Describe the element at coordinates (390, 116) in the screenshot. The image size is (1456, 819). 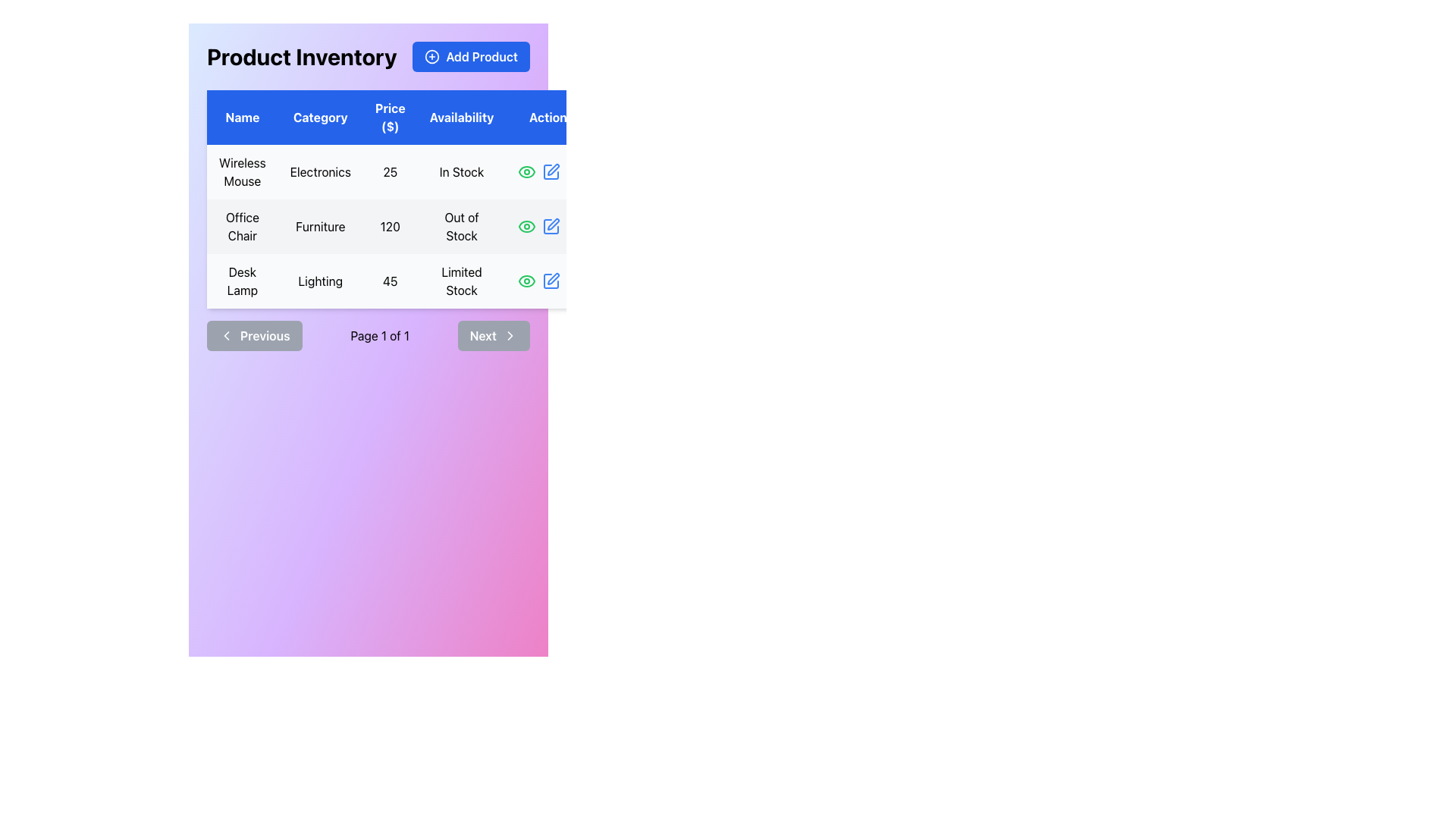
I see `the 'Price ($)' text label element, which is styled in white font on a blue background and is centrally aligned in its cell within the header row of a table layout` at that location.